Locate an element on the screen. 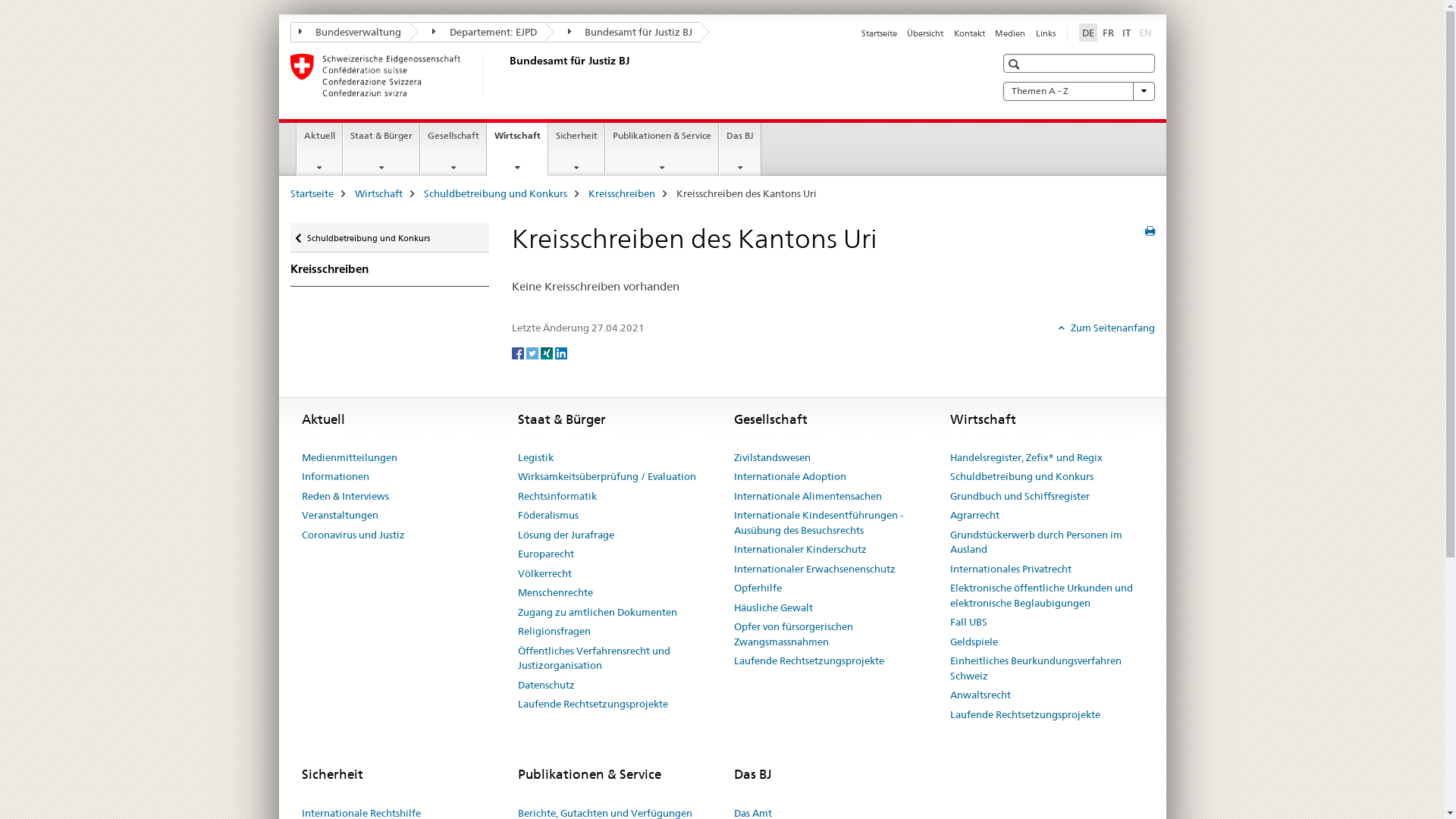 The width and height of the screenshot is (1456, 819). 'Bundesverwaltung' is located at coordinates (348, 32).